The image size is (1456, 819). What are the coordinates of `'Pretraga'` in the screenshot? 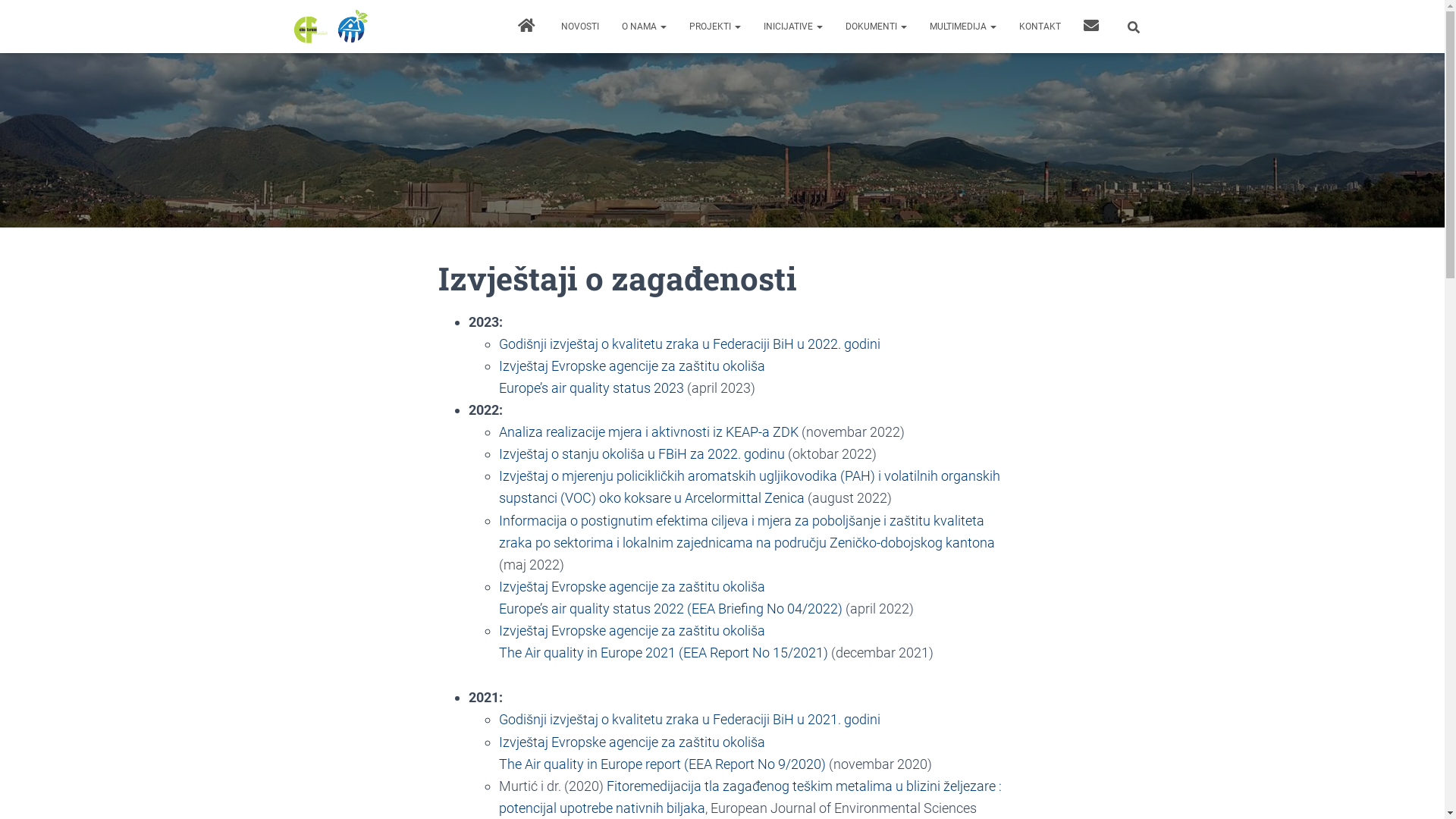 It's located at (3, 16).